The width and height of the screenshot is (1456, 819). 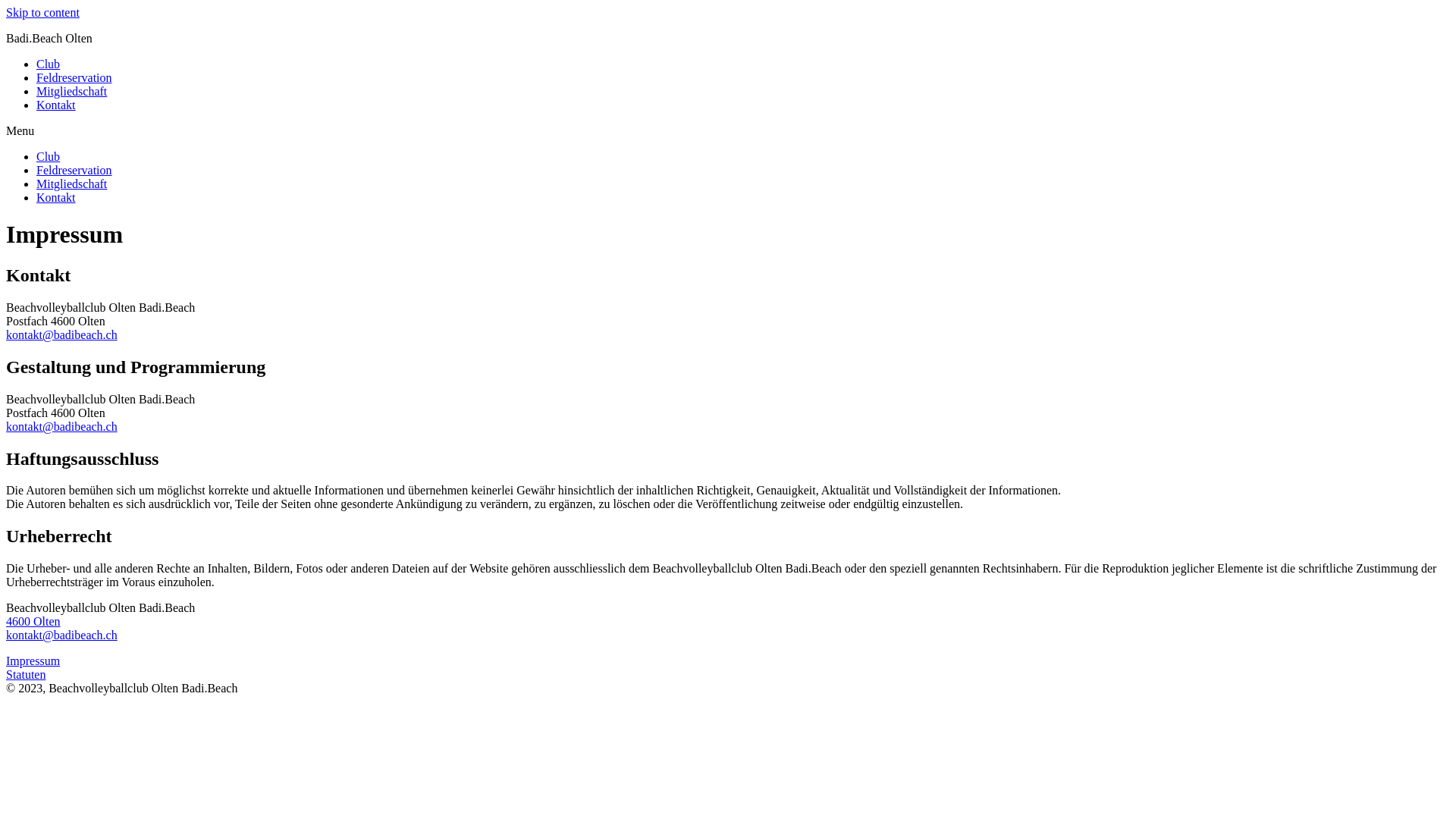 I want to click on 'kontakt@badibeach.ch', so click(x=61, y=426).